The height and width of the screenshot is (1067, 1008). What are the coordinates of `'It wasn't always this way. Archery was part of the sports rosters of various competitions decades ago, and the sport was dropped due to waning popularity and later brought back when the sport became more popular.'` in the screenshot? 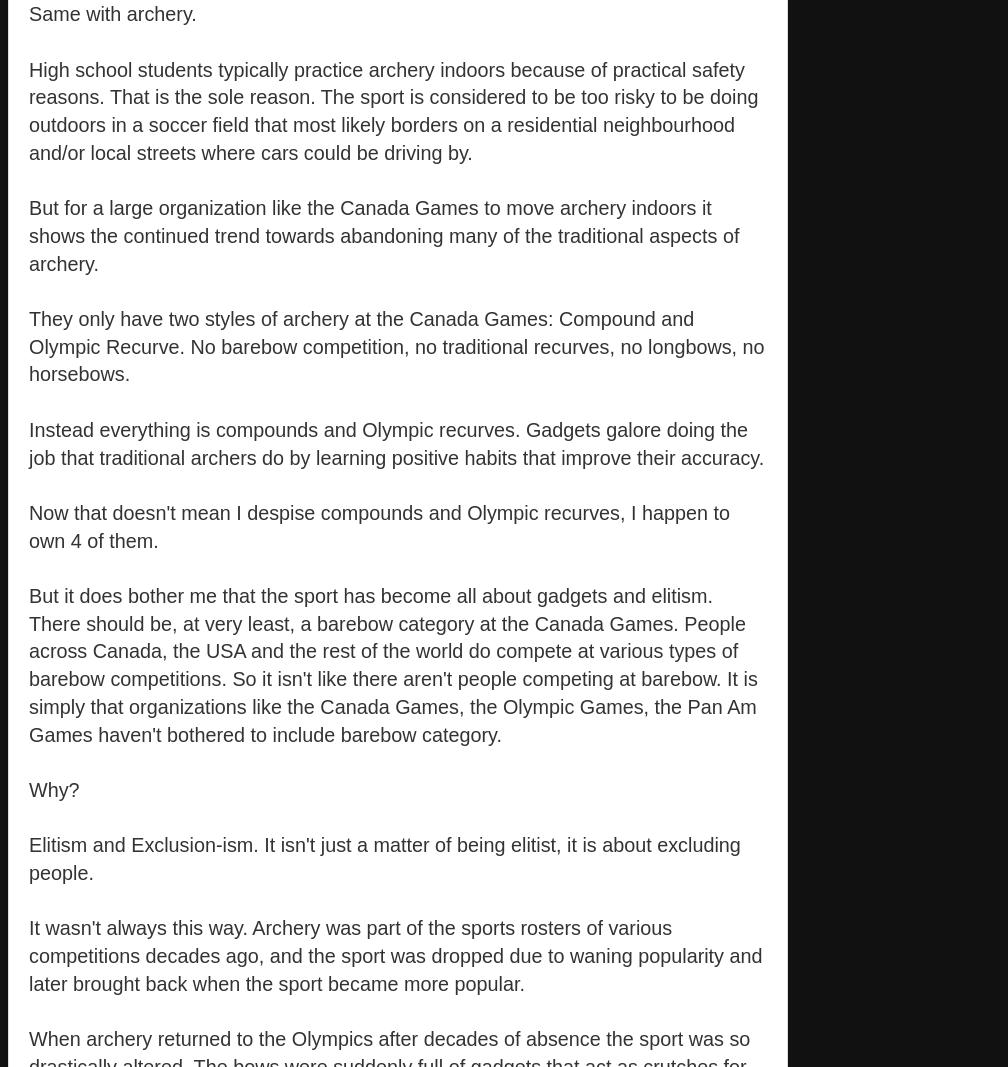 It's located at (395, 955).